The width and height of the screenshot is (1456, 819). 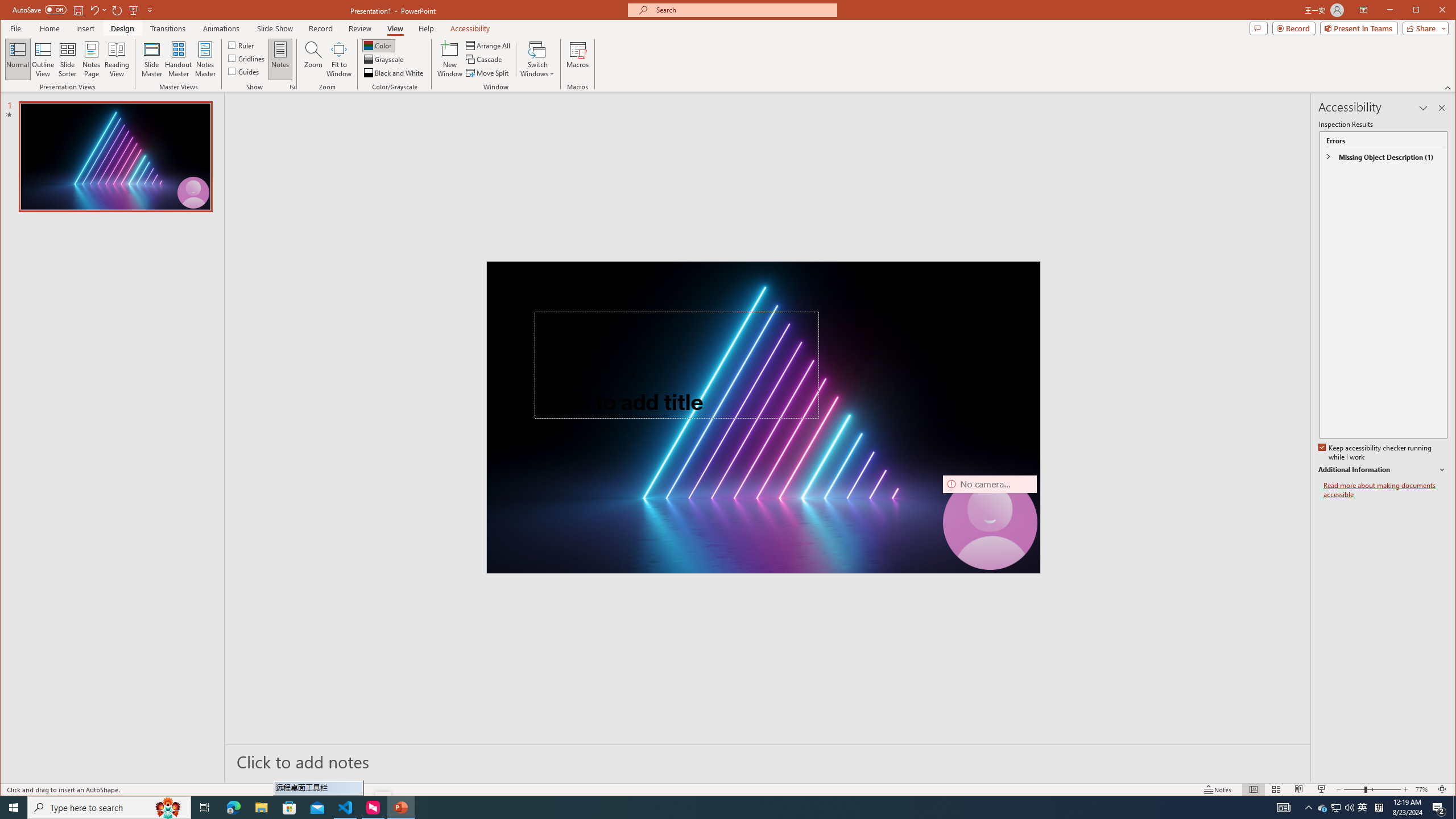 I want to click on 'Keep accessibility checker running while I work', so click(x=1375, y=453).